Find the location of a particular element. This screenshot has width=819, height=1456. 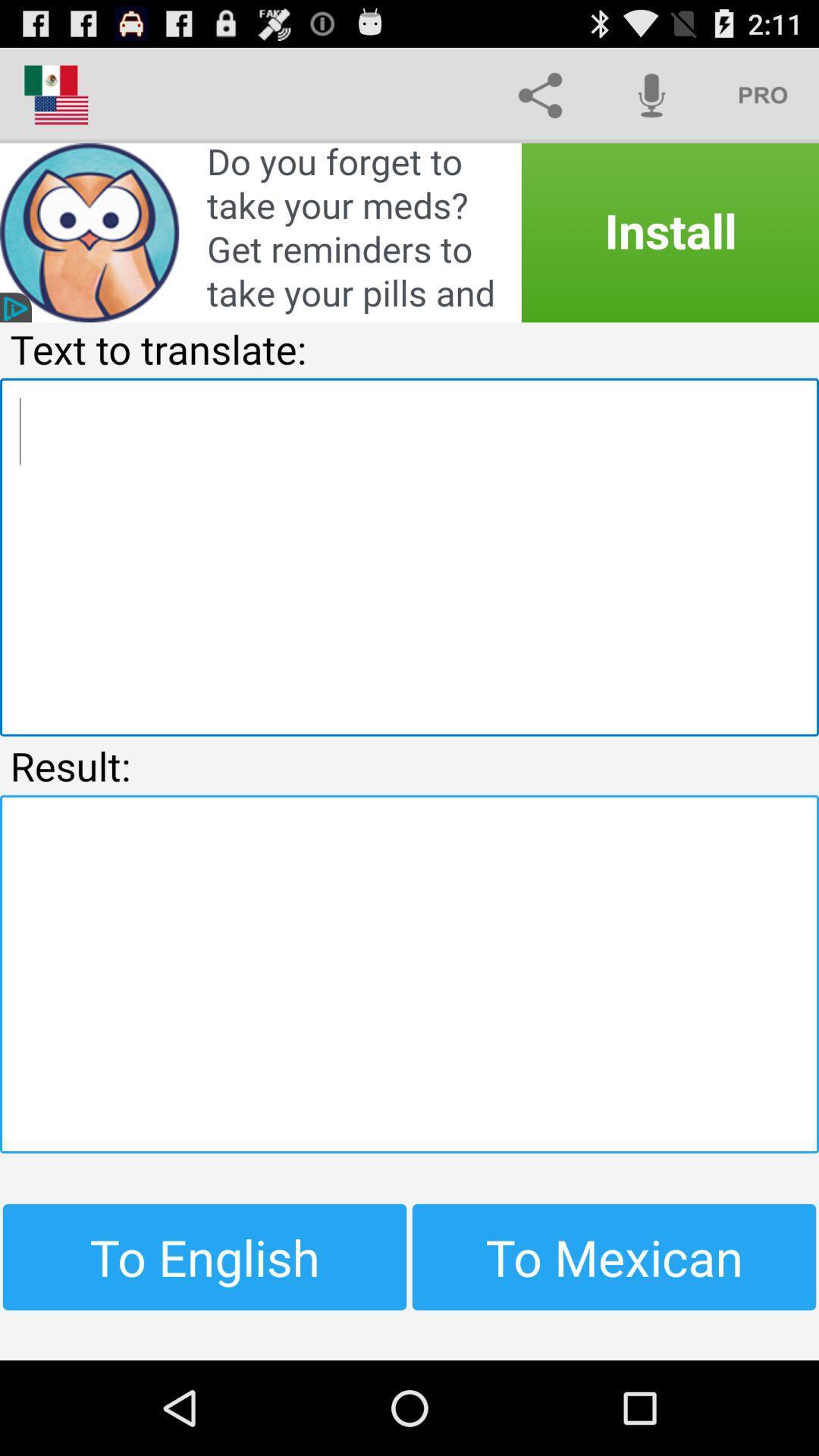

advertisement link is located at coordinates (409, 232).